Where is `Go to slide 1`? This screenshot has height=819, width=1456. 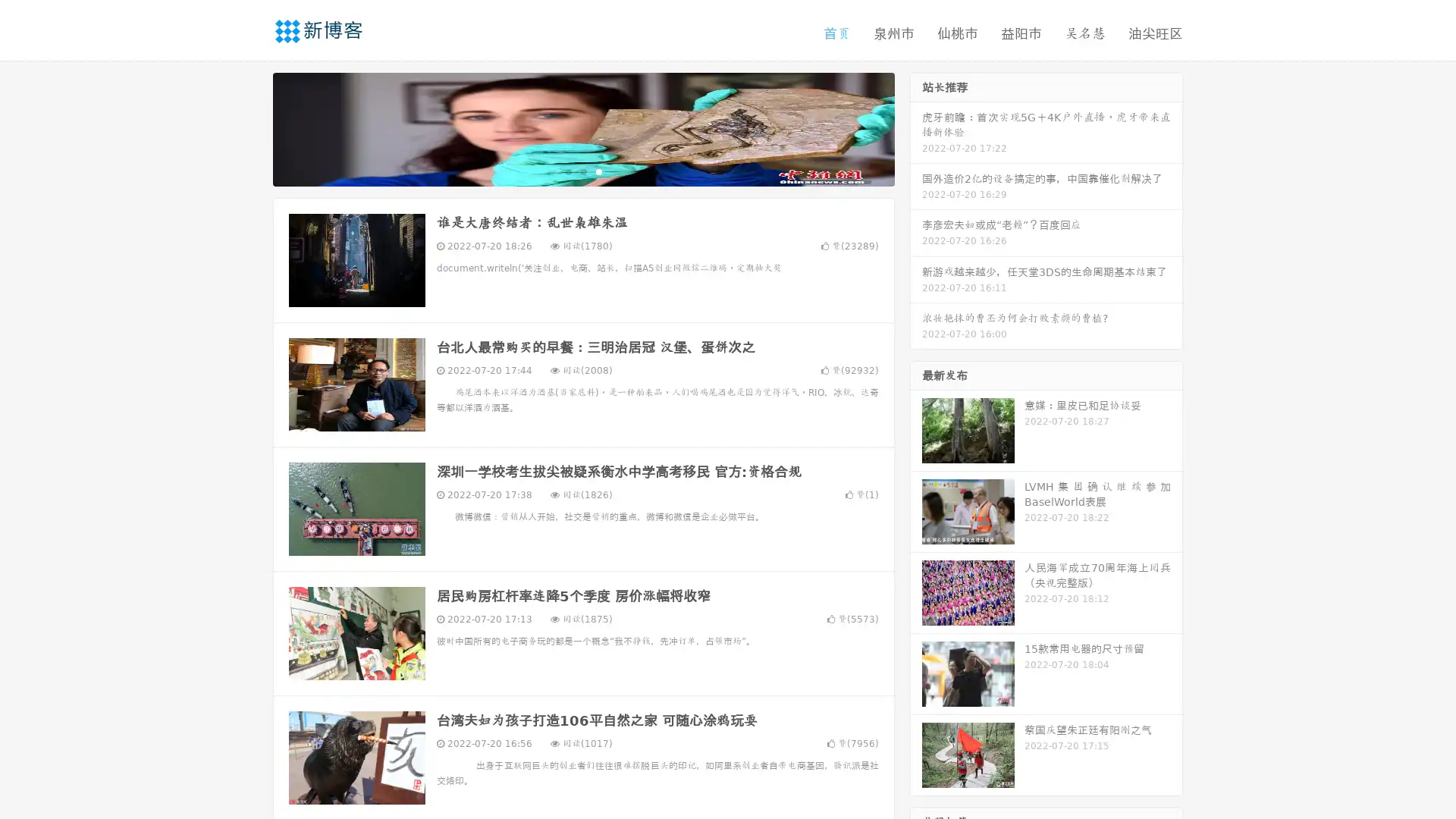 Go to slide 1 is located at coordinates (567, 171).